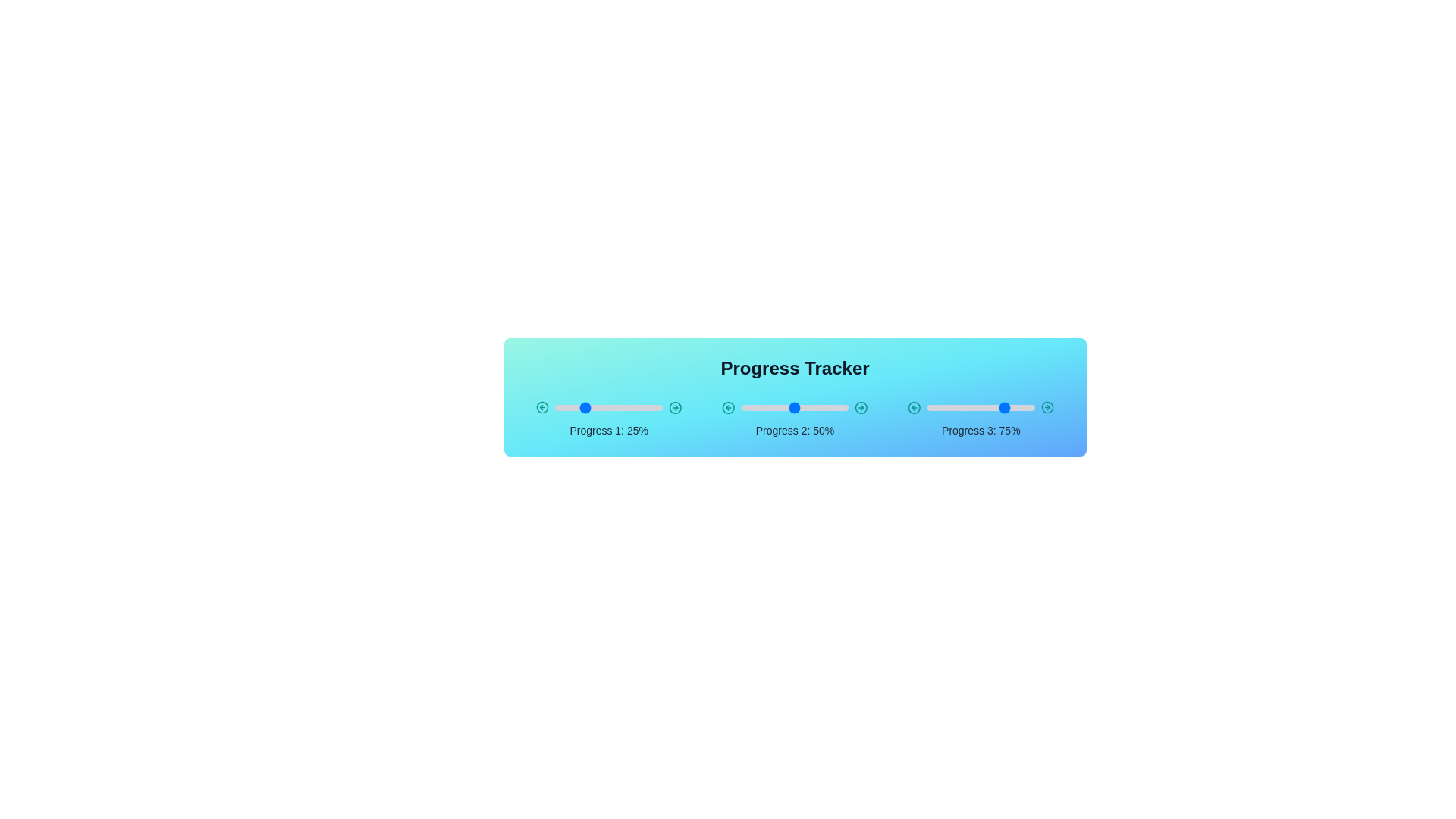  I want to click on the right arrow of the slider for Progress 3, so click(1046, 406).